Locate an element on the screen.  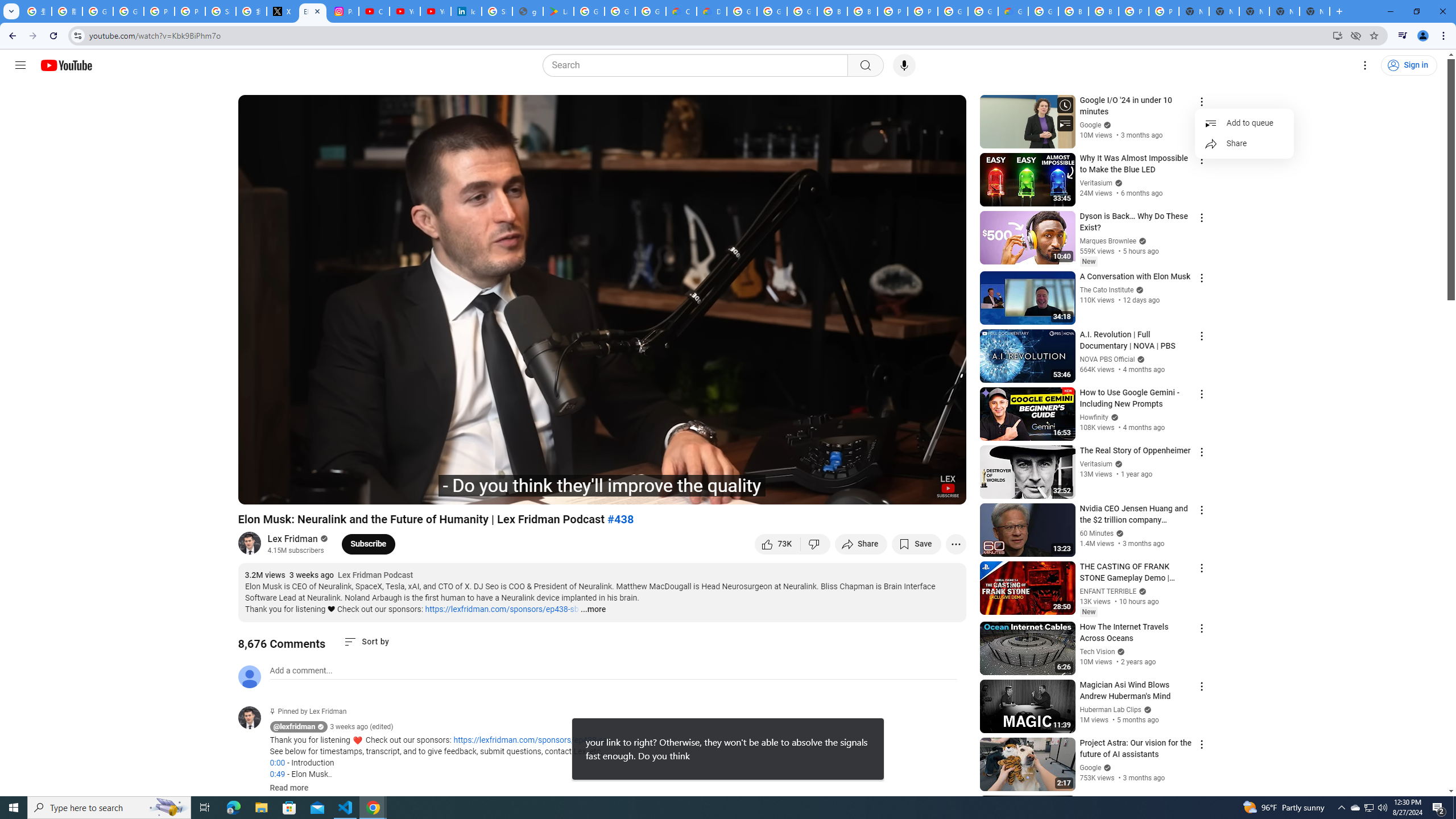
'Privacy Help Center - Policies Help' is located at coordinates (190, 11).